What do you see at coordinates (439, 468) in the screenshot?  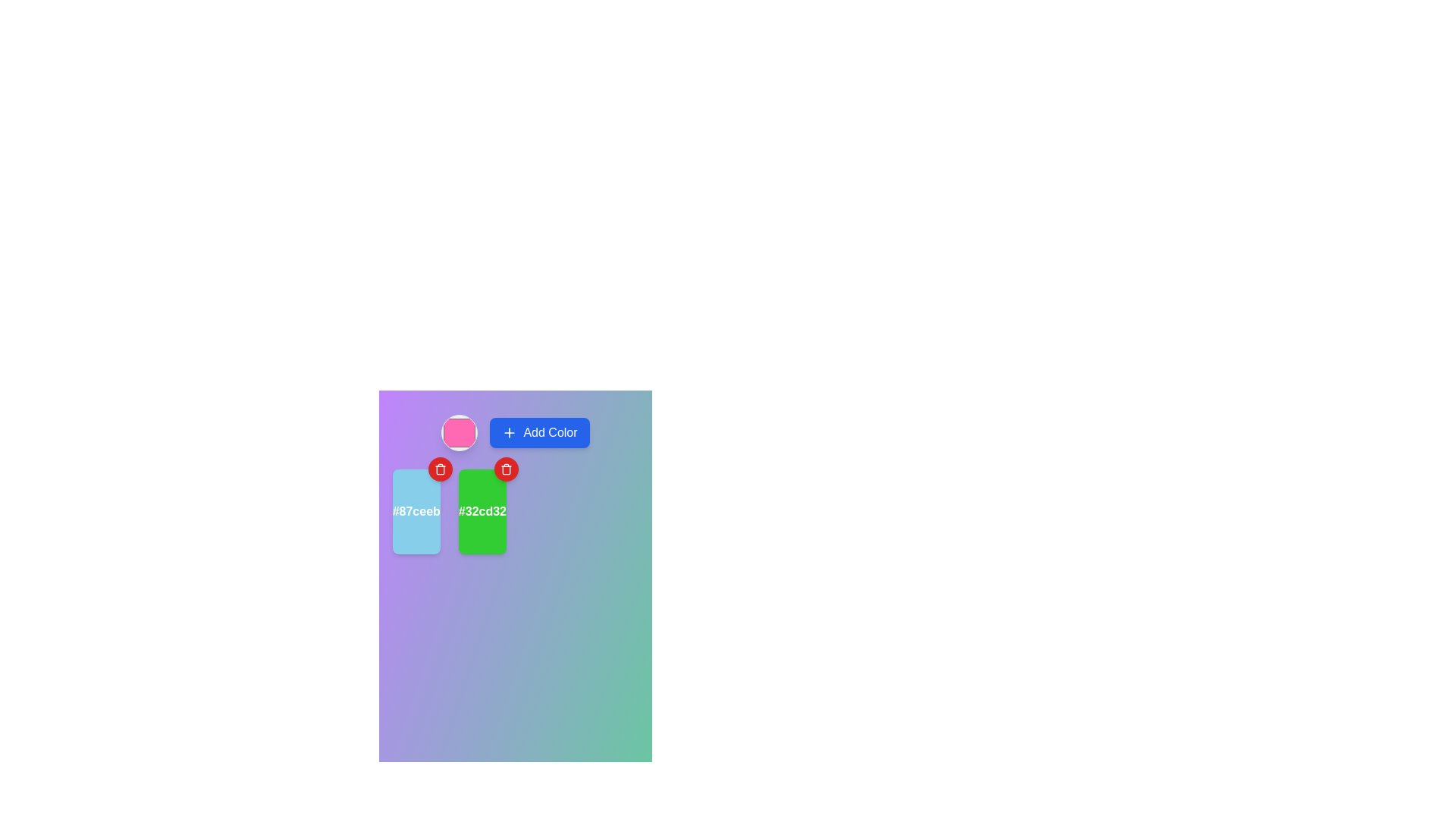 I see `the circular red button with a trash can icon located in the top-right corner of the blue card labeled '#87ceeb'` at bounding box center [439, 468].